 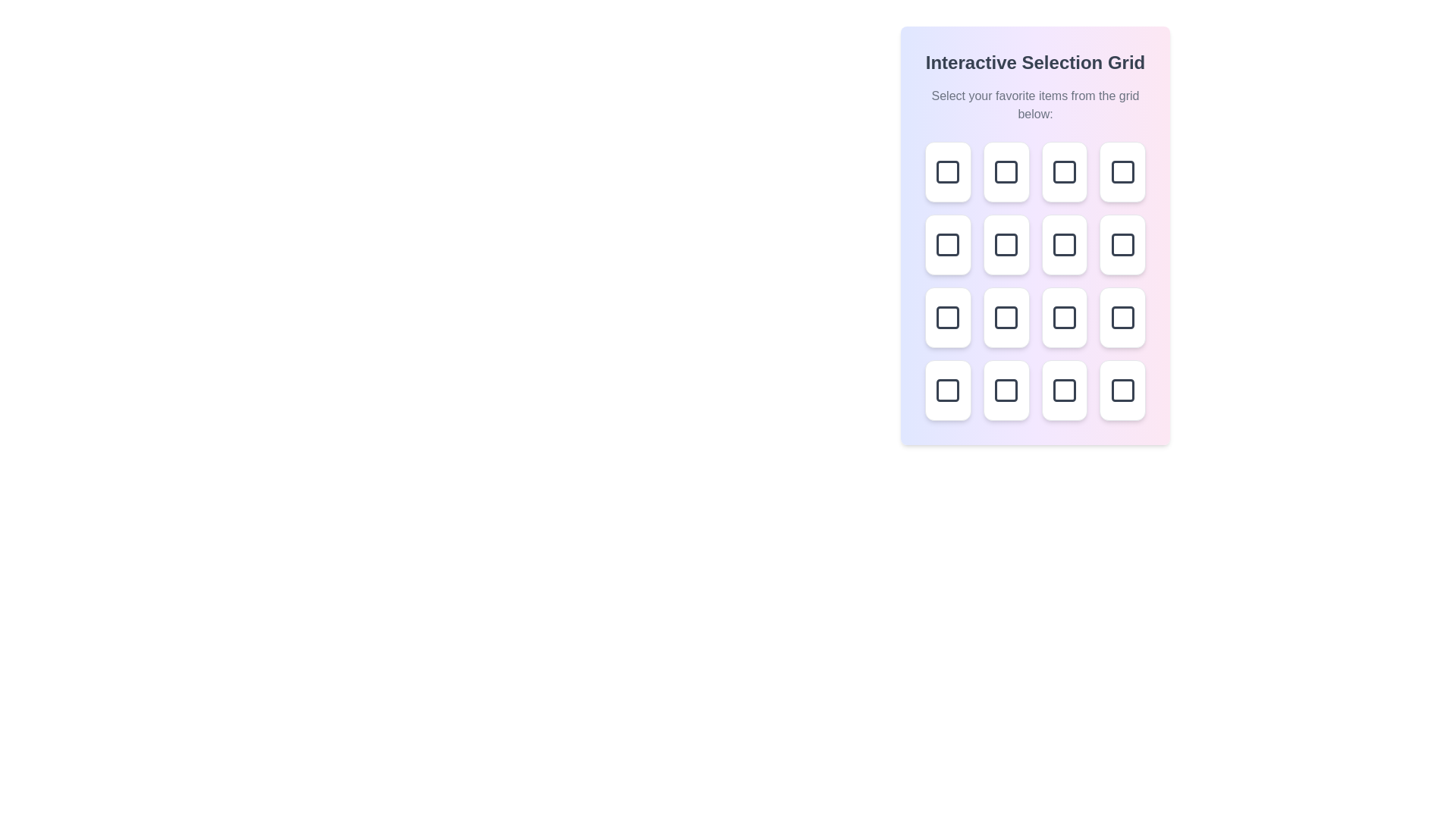 I want to click on the smaller square with rounded corners located in the third row, second column of a grid layout, so click(x=1006, y=317).